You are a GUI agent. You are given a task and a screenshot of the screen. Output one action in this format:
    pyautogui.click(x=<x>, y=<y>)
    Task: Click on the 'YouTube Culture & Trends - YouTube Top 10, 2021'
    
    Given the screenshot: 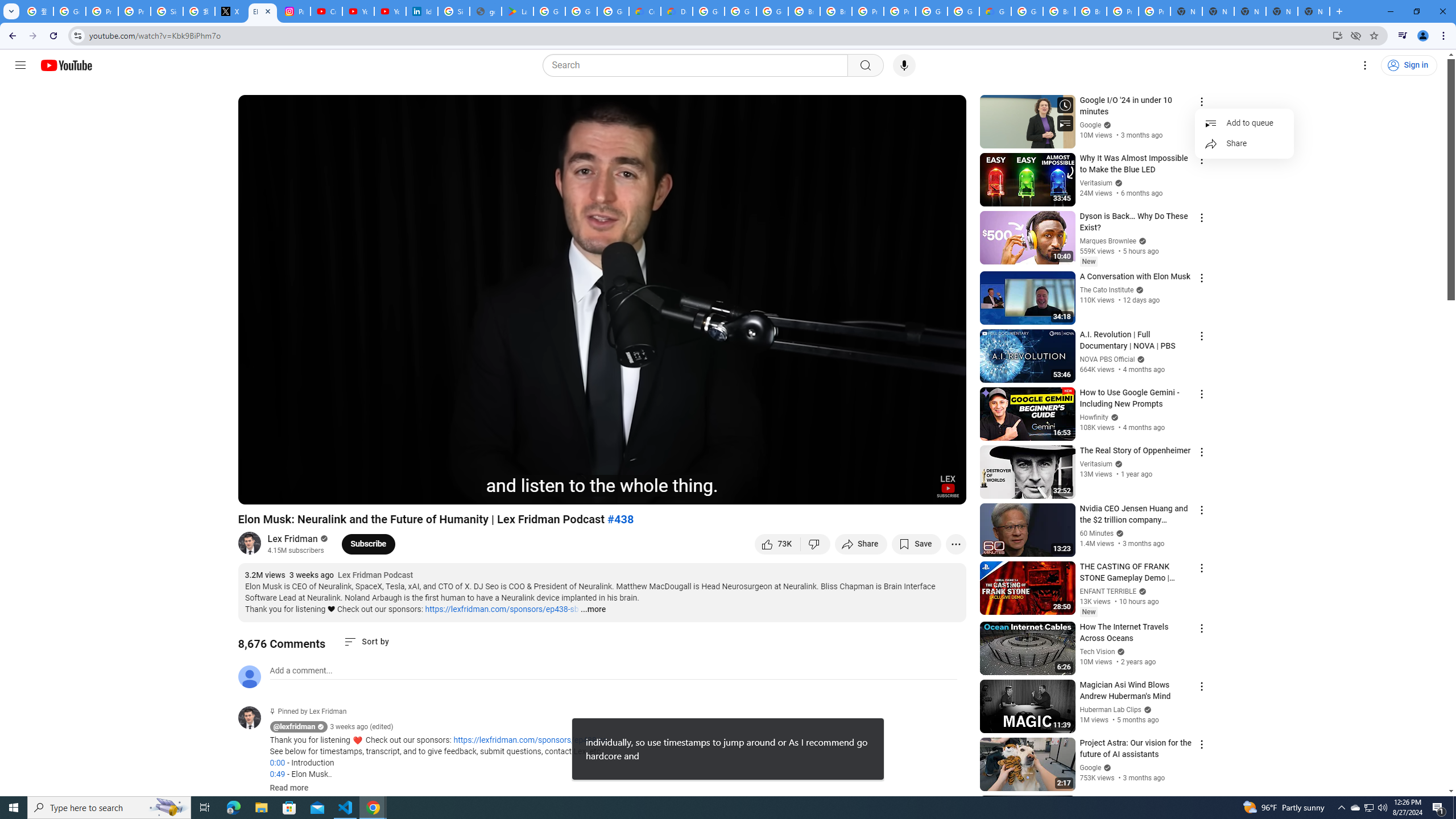 What is the action you would take?
    pyautogui.click(x=390, y=11)
    